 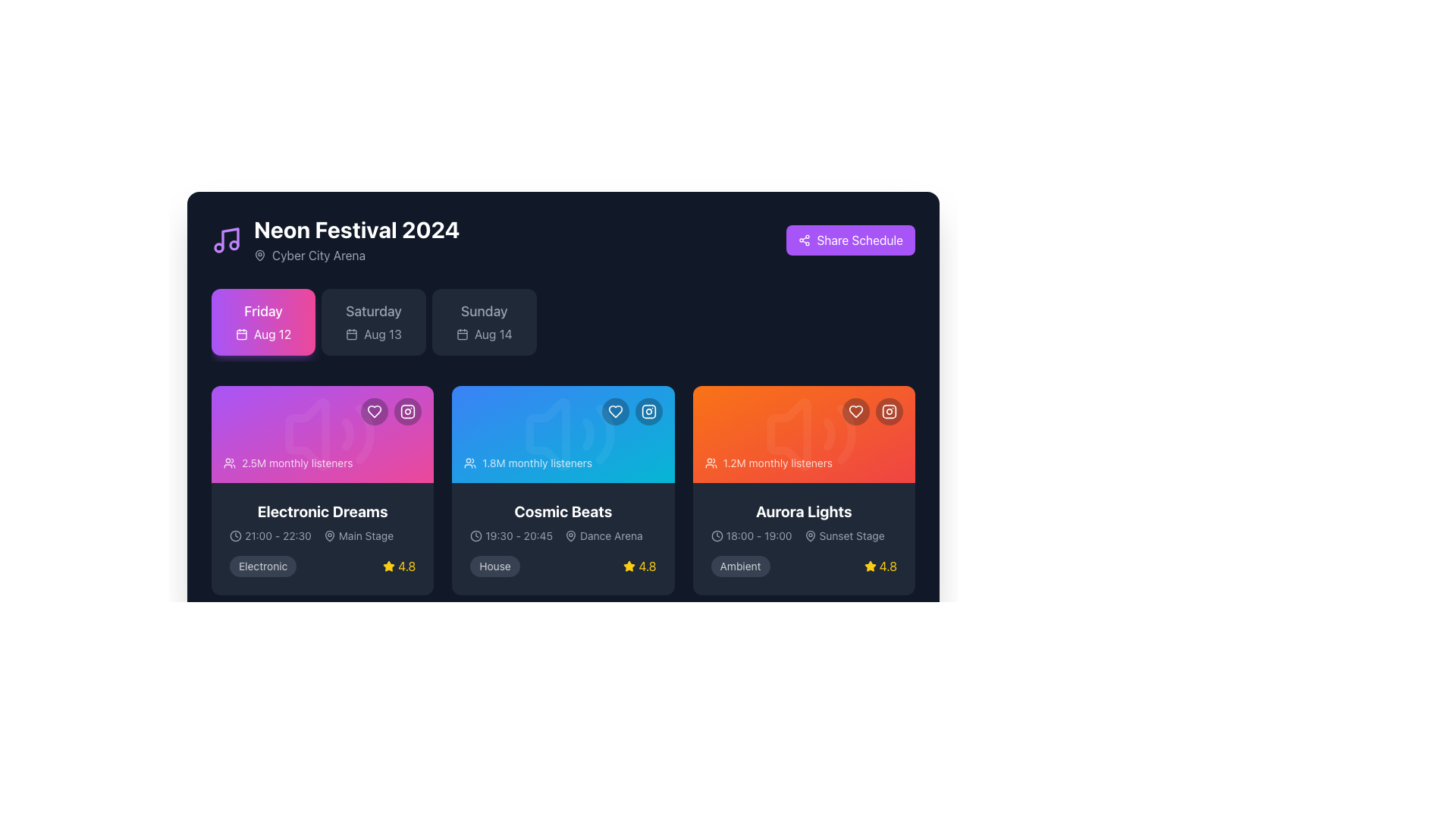 I want to click on the clickable button in the top-right corner of the 'Aurora Lights' orange card, so click(x=889, y=412).